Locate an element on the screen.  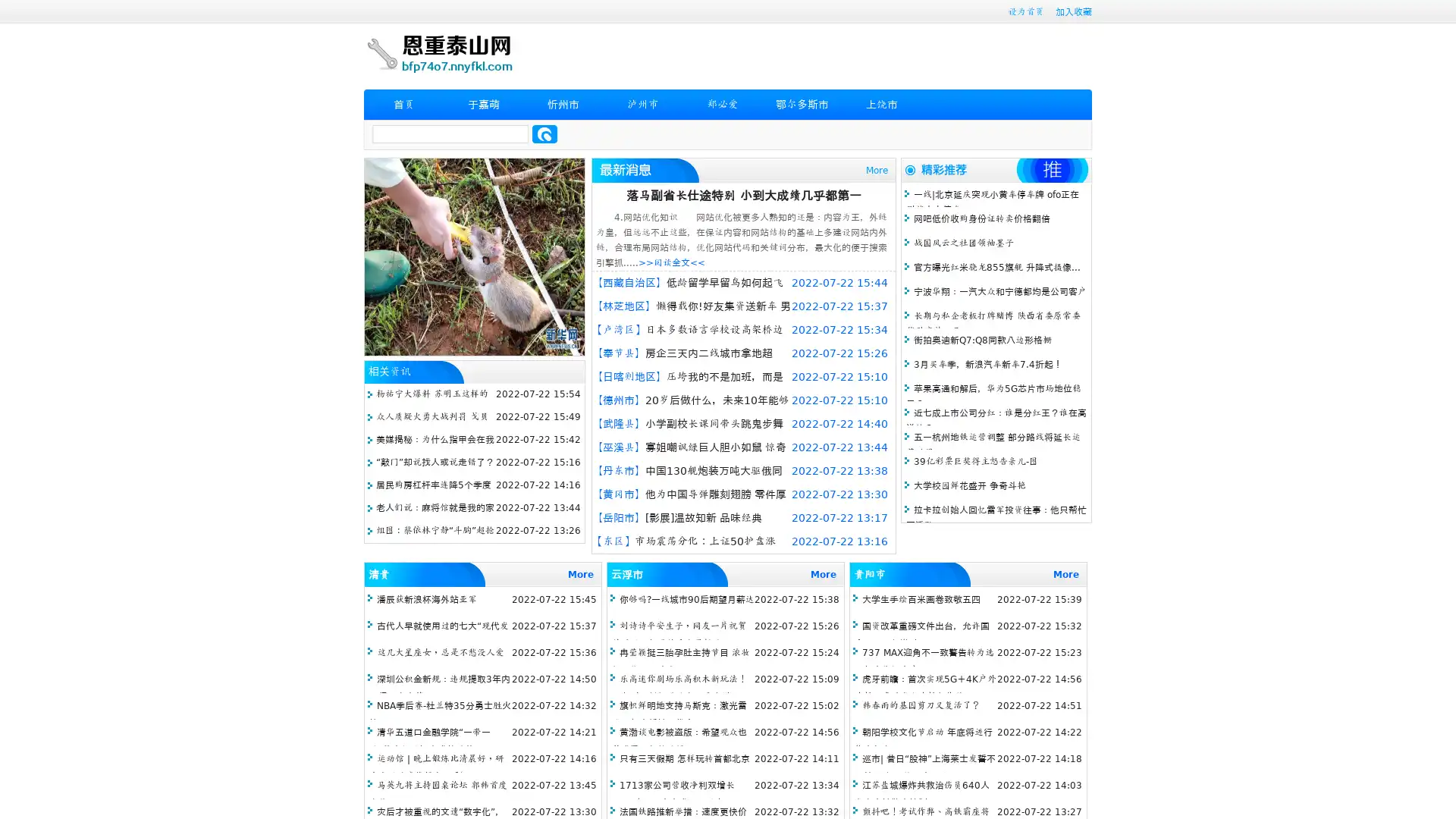
Search is located at coordinates (544, 133).